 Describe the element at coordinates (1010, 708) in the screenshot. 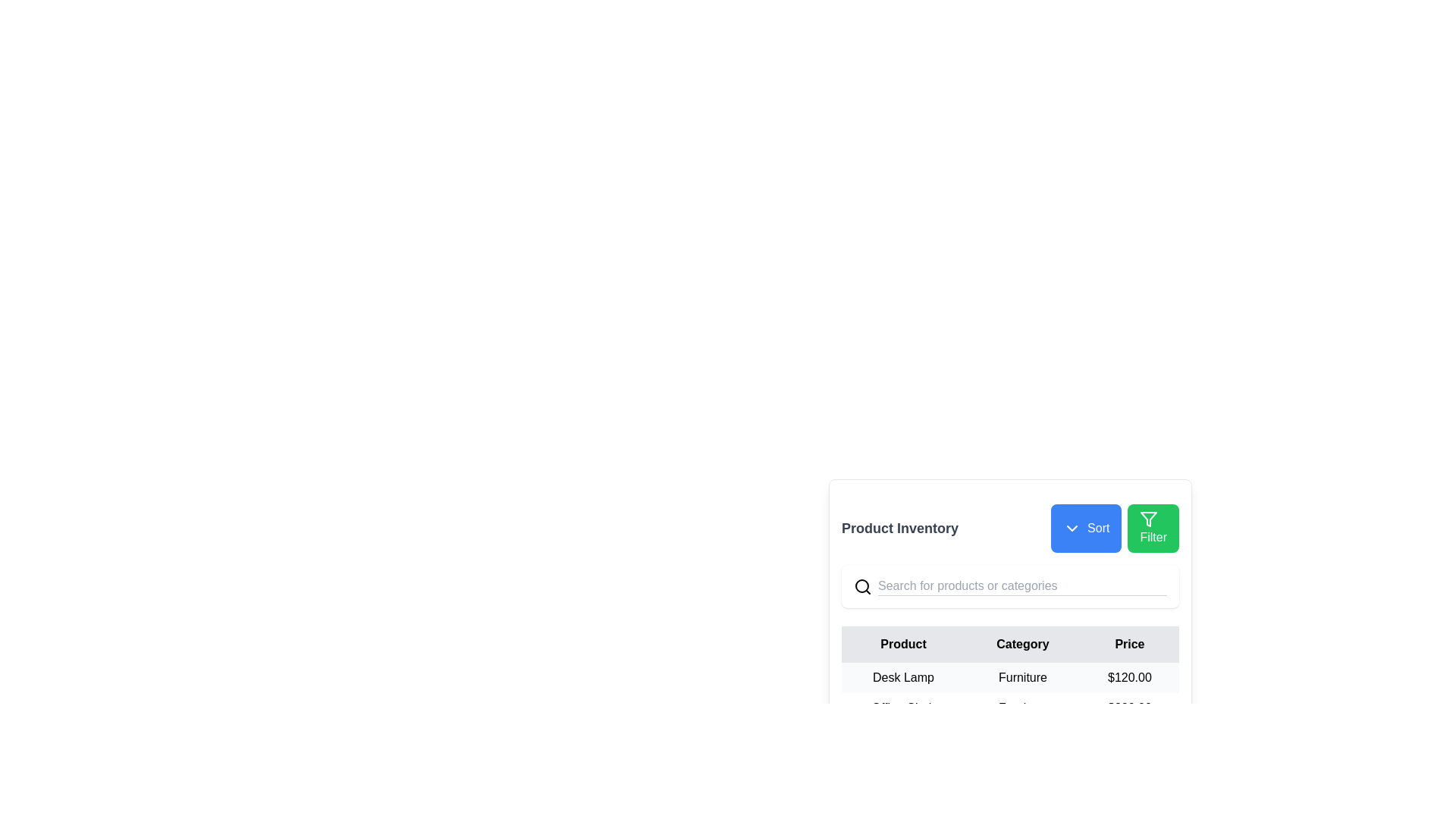

I see `the first data row of the table that contains product information, specifically its name, category, and price` at that location.